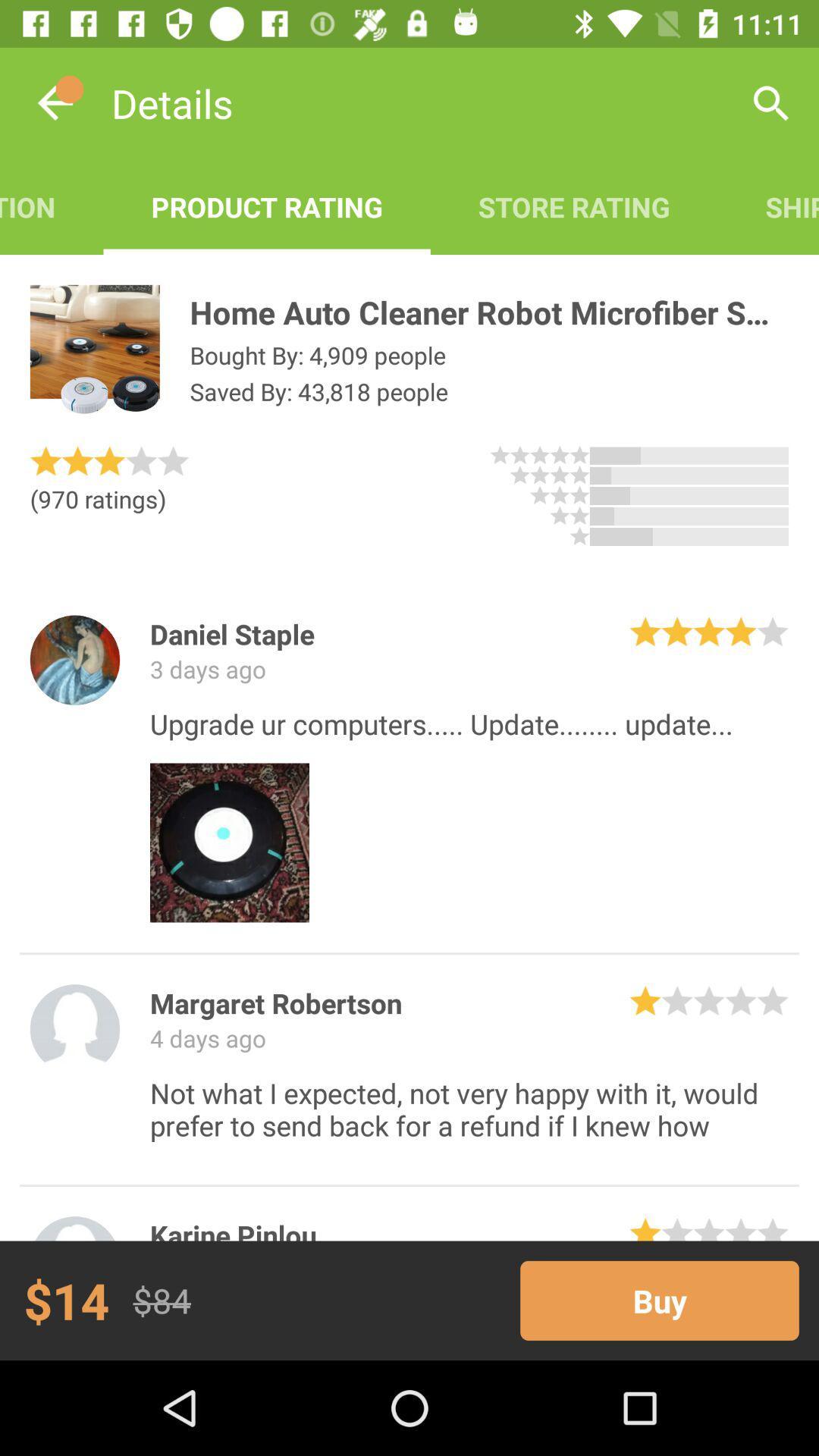  Describe the element at coordinates (55, 102) in the screenshot. I see `the item next to the details item` at that location.